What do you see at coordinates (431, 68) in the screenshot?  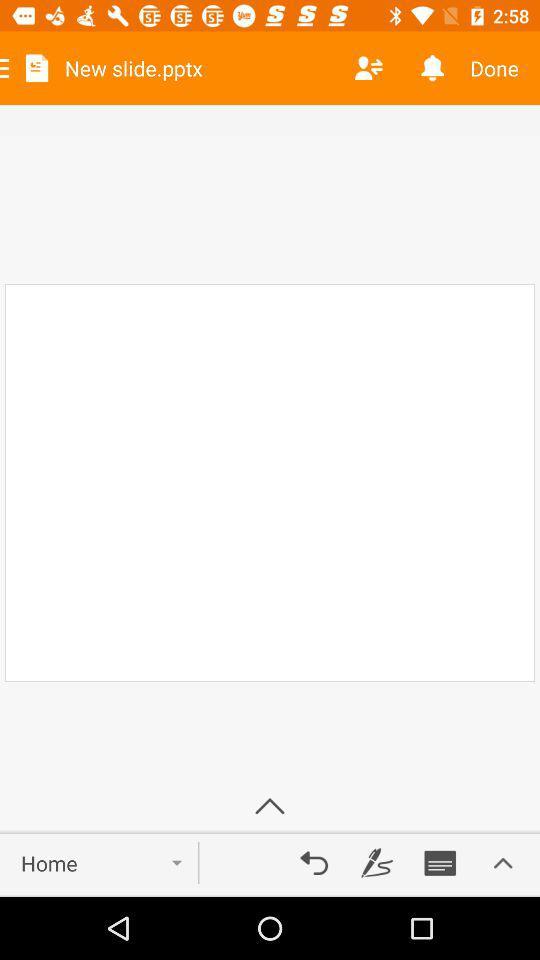 I see `the item next to done icon` at bounding box center [431, 68].